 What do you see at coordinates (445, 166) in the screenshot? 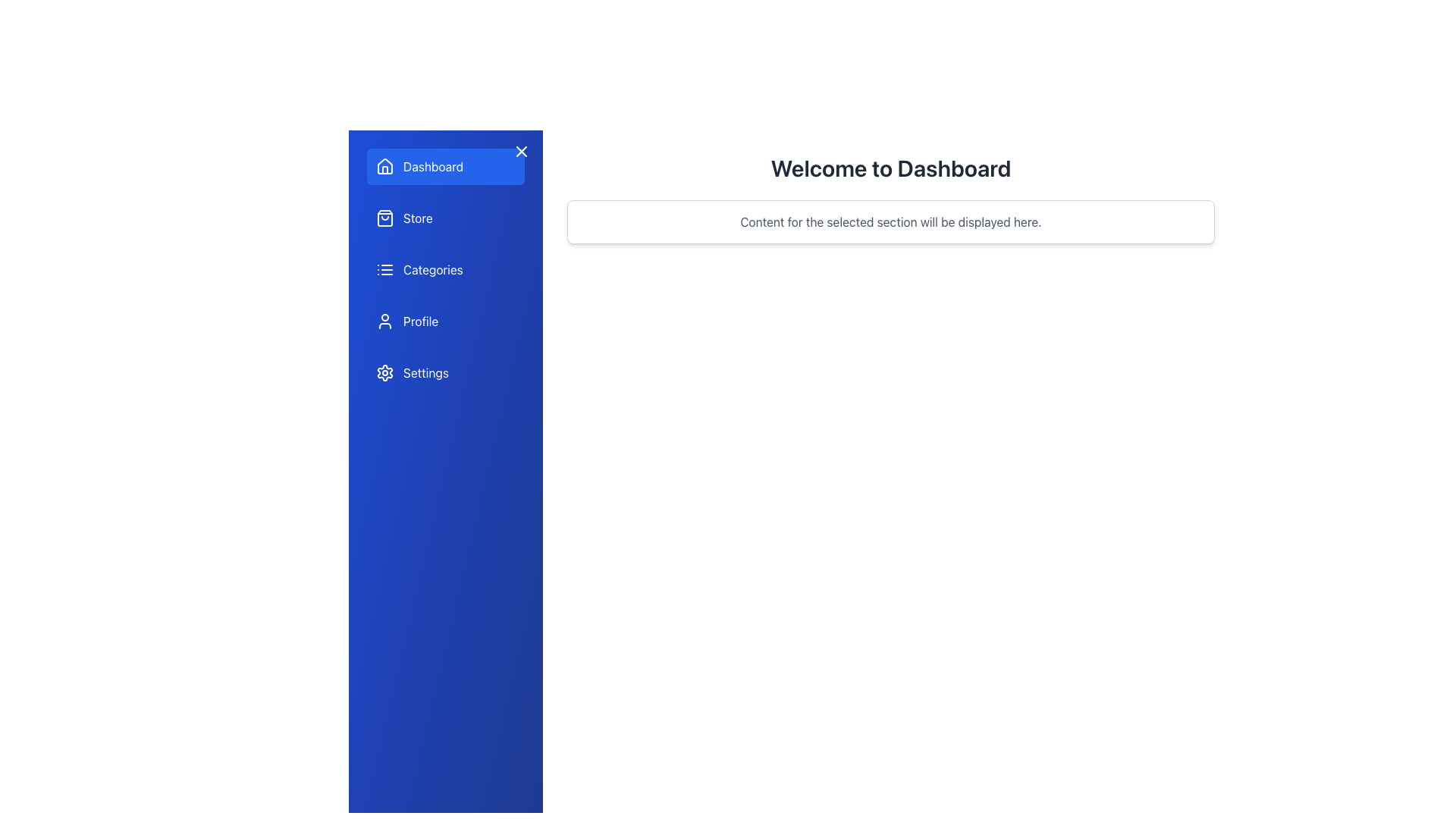
I see `the 'Dashboard' navigation menu item, which is the first item in the vertical menu with a blue background and a home icon to the left` at bounding box center [445, 166].